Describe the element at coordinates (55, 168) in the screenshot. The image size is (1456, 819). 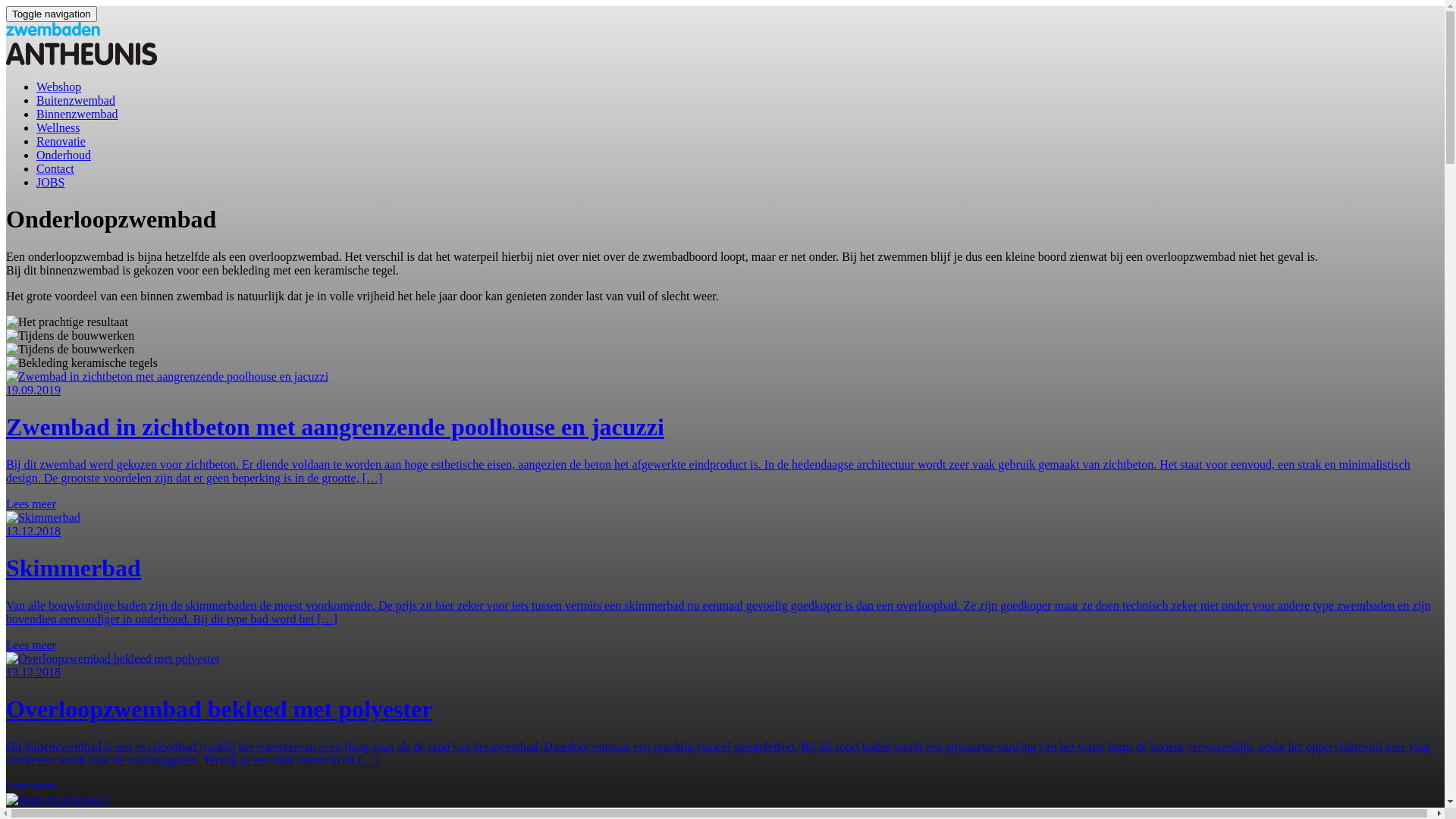
I see `'Contact'` at that location.